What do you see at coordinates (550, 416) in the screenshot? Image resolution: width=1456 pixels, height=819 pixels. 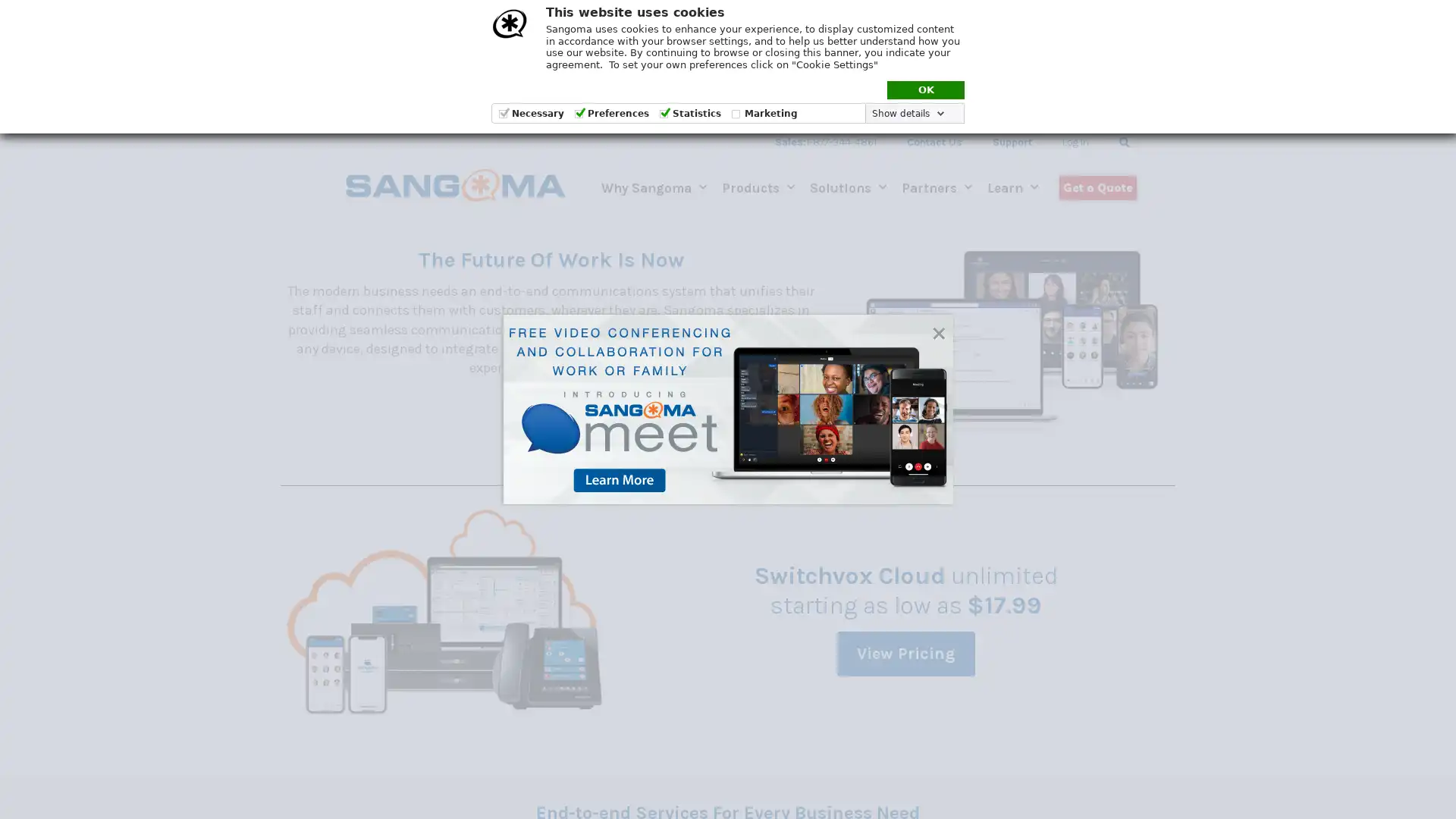 I see `Learn More` at bounding box center [550, 416].